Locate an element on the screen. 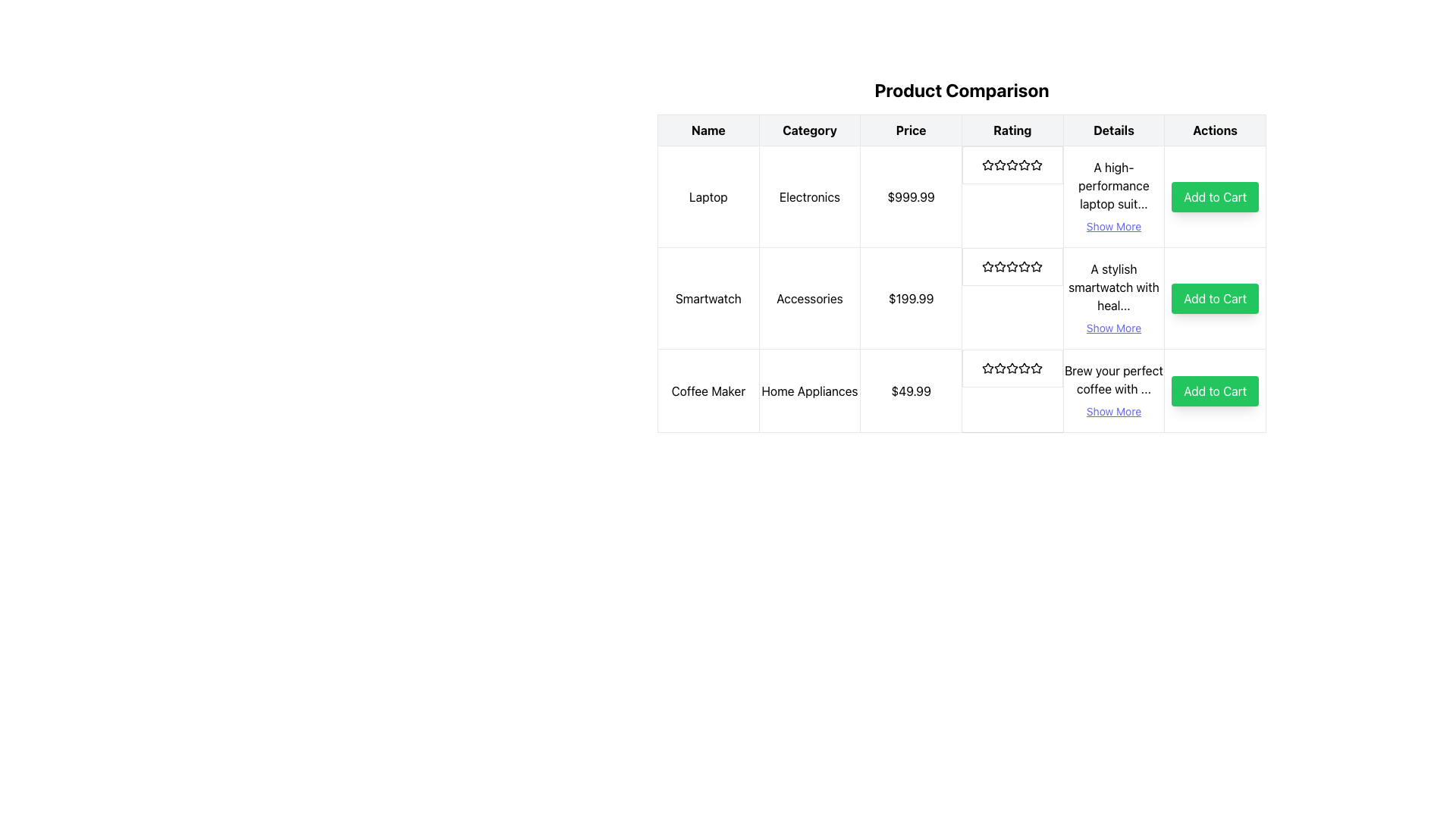 Image resolution: width=1456 pixels, height=819 pixels. the 'Name' table header cell, which displays the text in bold black font on a light gray background and is the first column header in the table is located at coordinates (708, 130).